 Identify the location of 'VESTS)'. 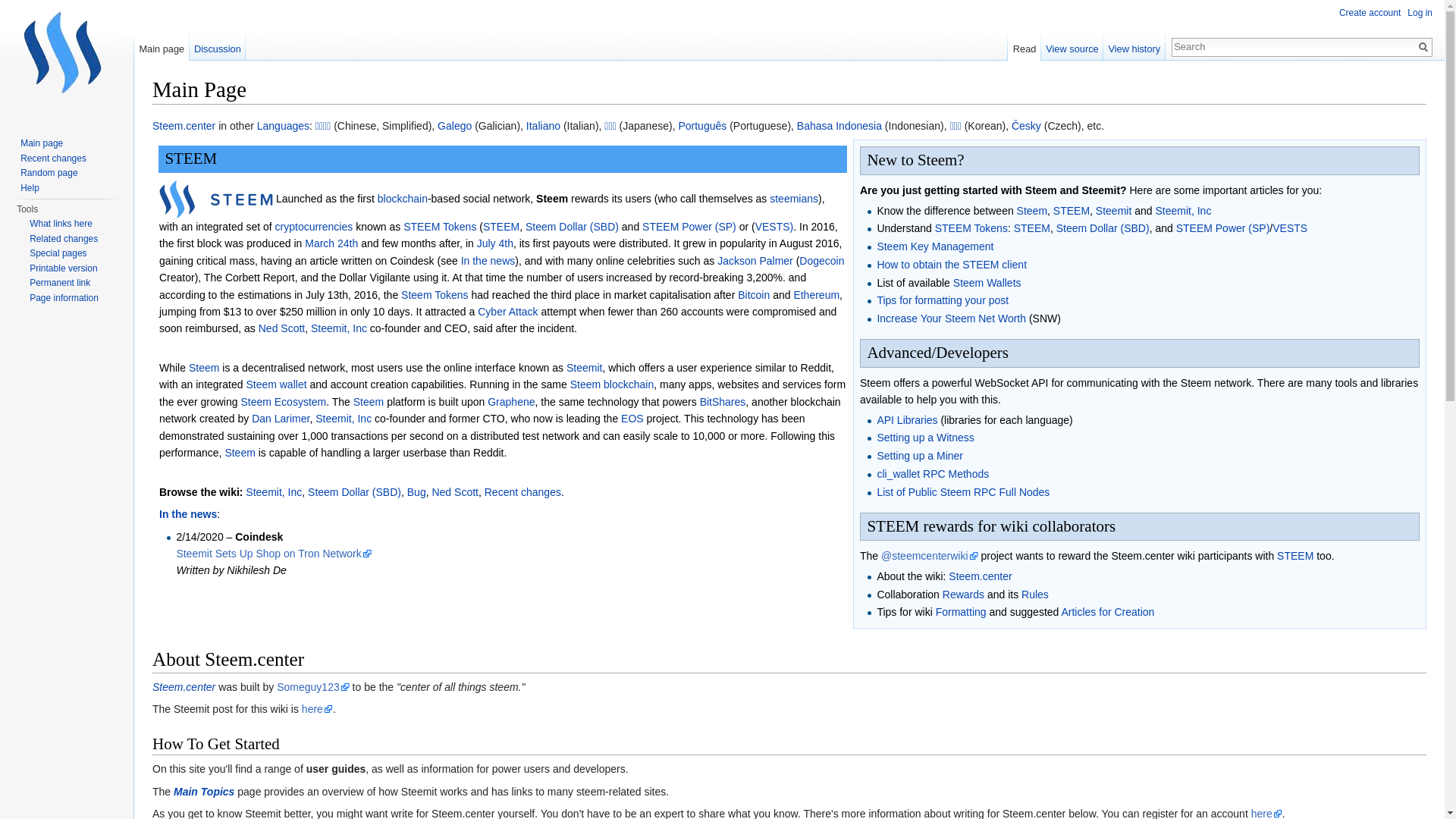
(755, 227).